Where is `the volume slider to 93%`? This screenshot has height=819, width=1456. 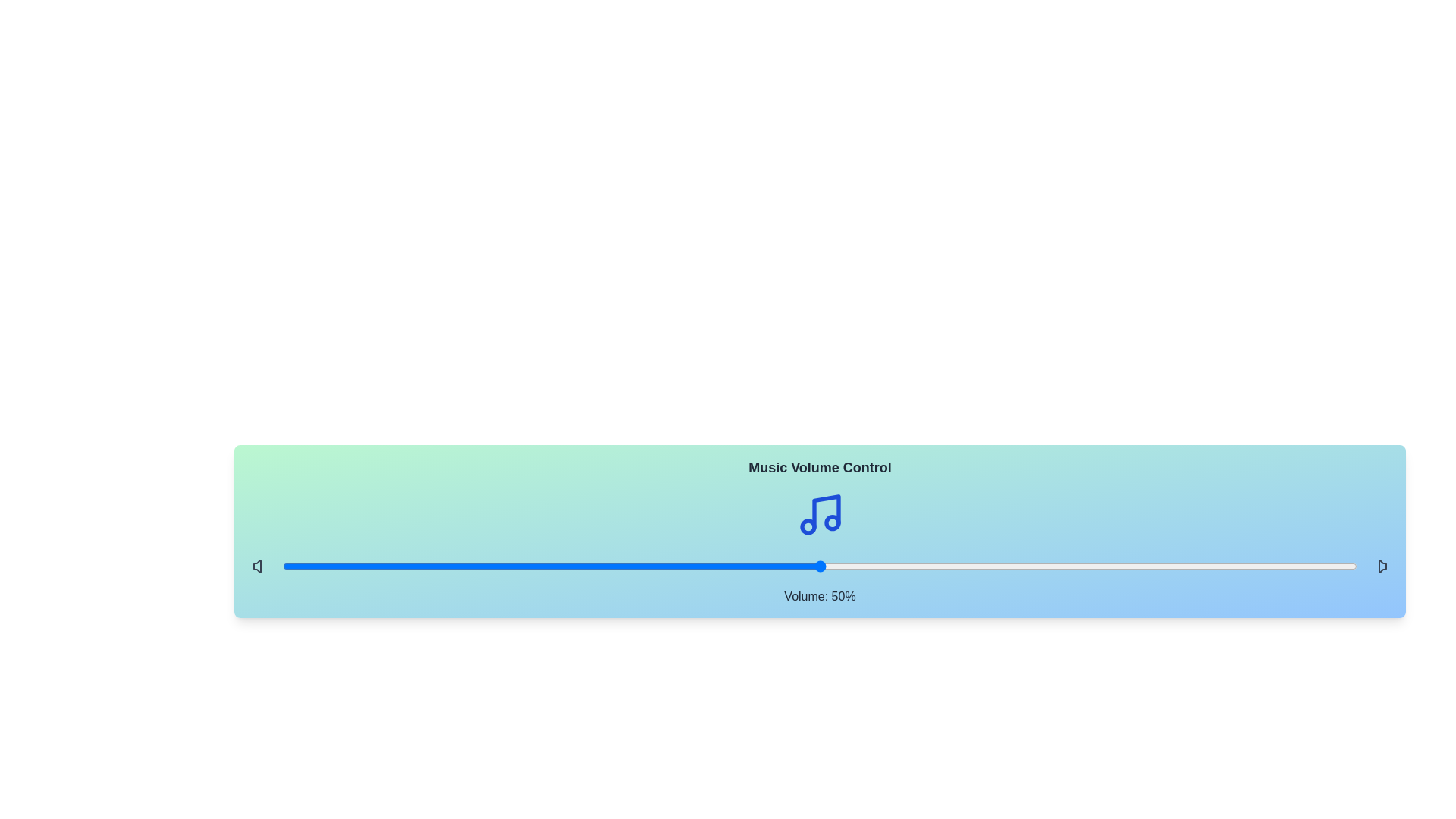
the volume slider to 93% is located at coordinates (1281, 566).